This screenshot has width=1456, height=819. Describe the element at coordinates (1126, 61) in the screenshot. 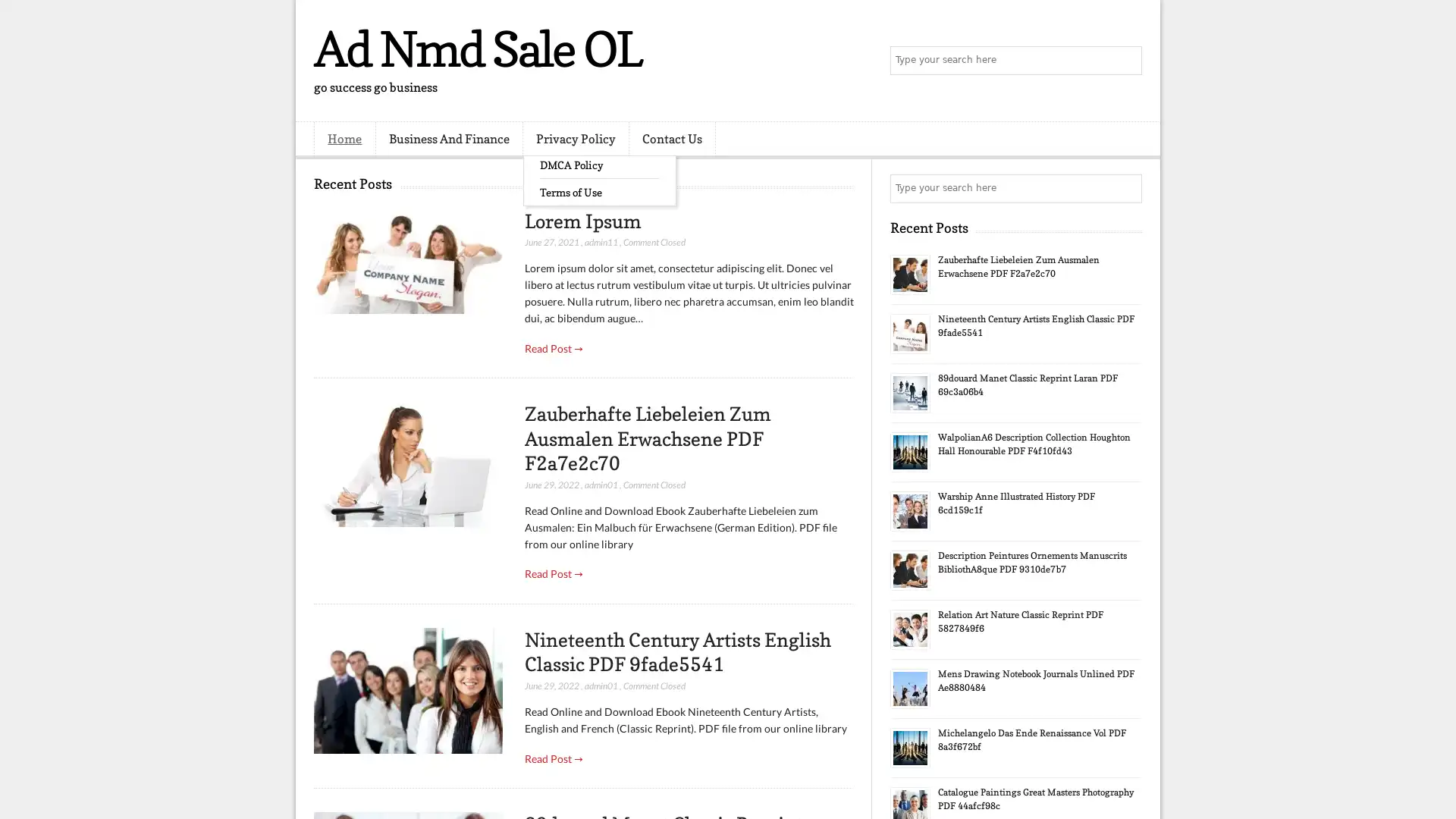

I see `Search` at that location.